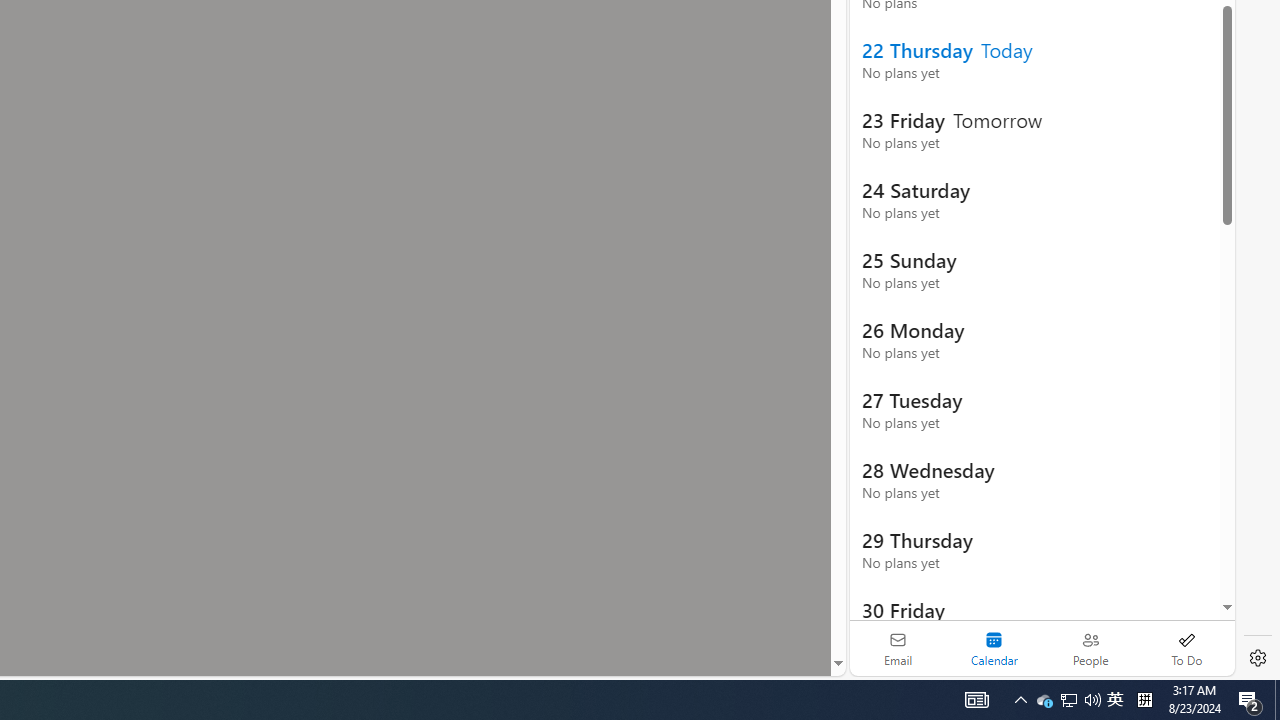 The width and height of the screenshot is (1280, 720). What do you see at coordinates (897, 648) in the screenshot?
I see `'Email'` at bounding box center [897, 648].